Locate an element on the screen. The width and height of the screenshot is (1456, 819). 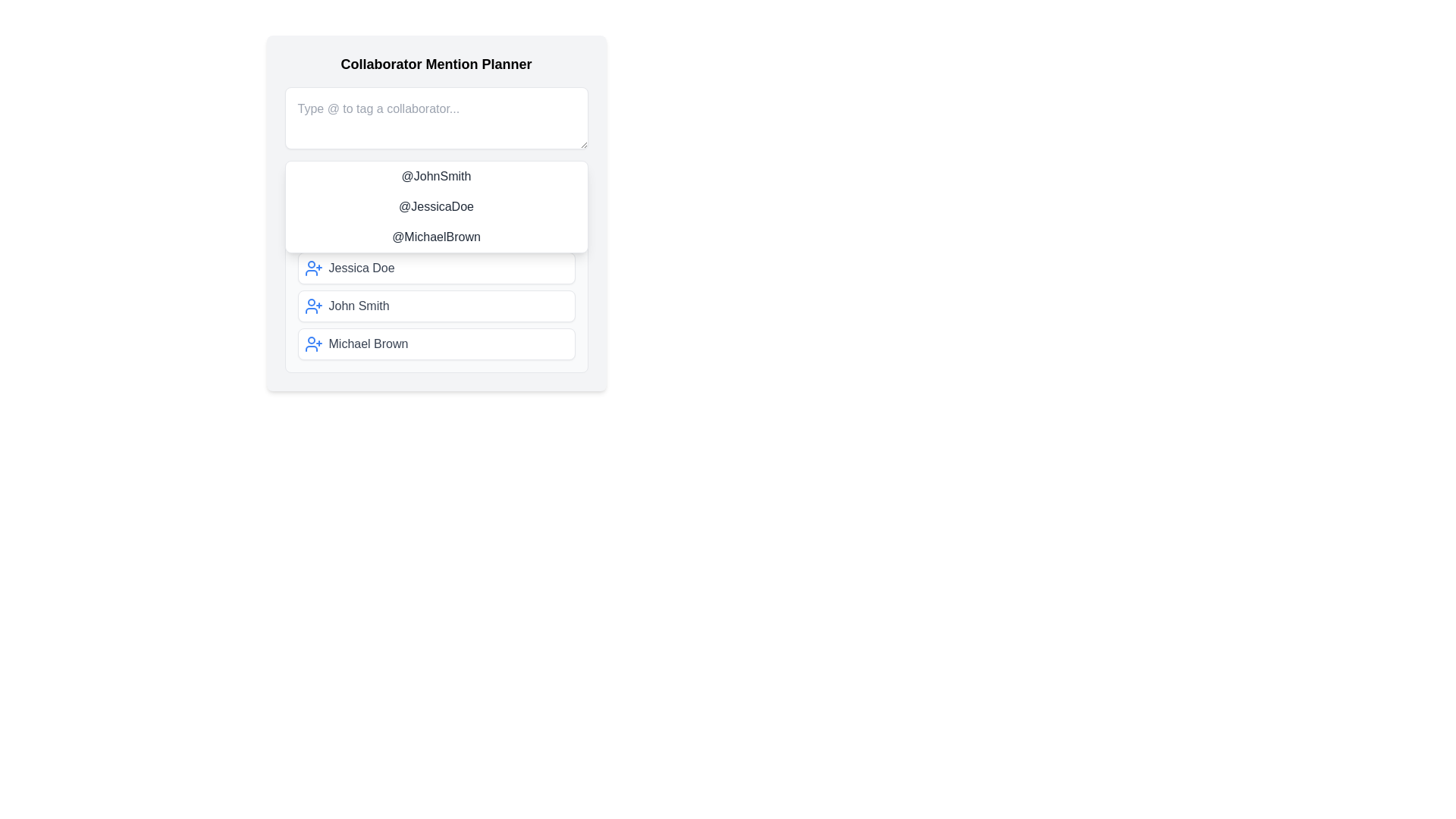
the blue-colored icon button resembling a user silhouette with a '+' symbol, located under 'Collaborator Mention Planner' associated with 'Jessica Doe' is located at coordinates (312, 268).